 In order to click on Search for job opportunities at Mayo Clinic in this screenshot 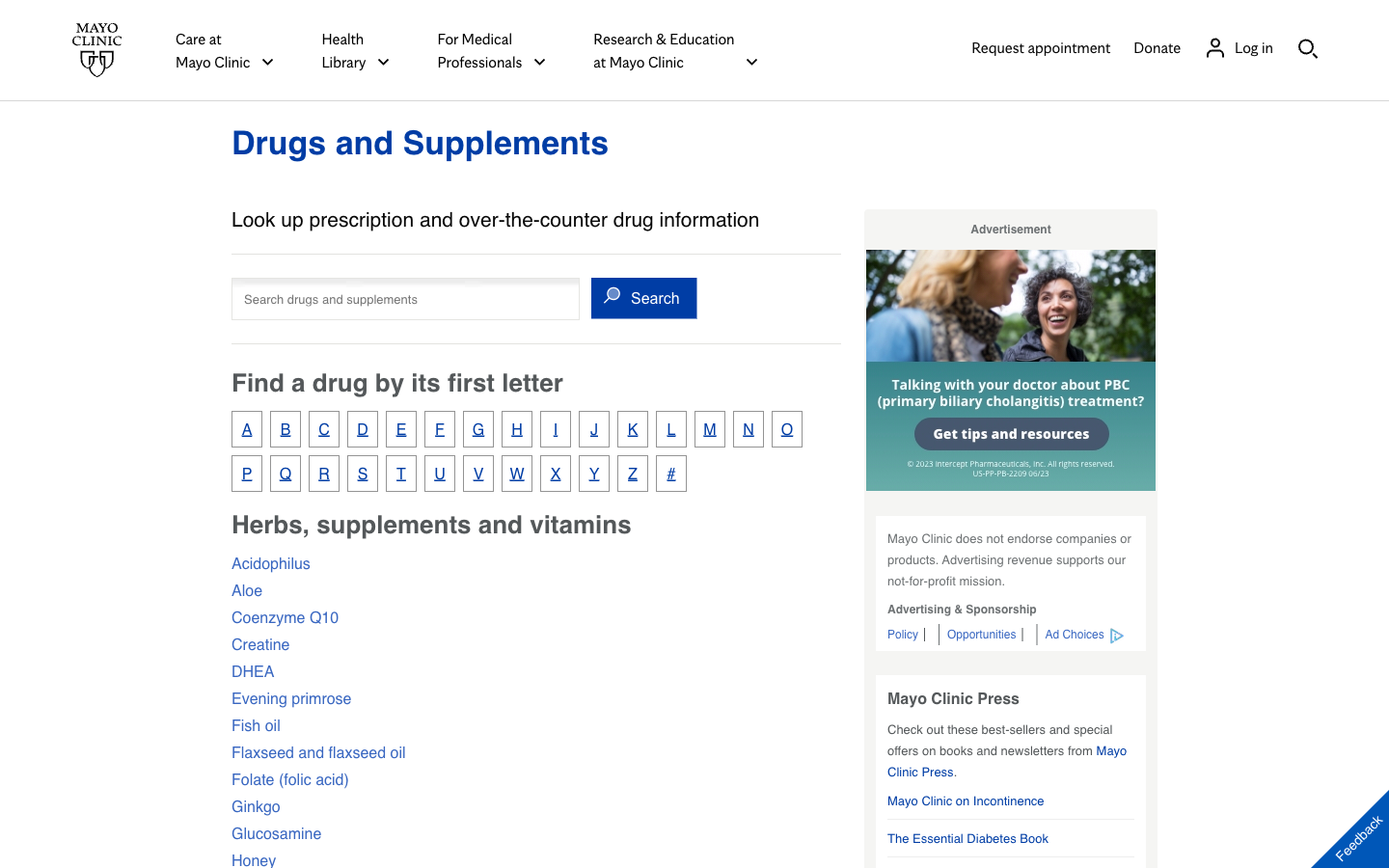, I will do `click(983, 634)`.